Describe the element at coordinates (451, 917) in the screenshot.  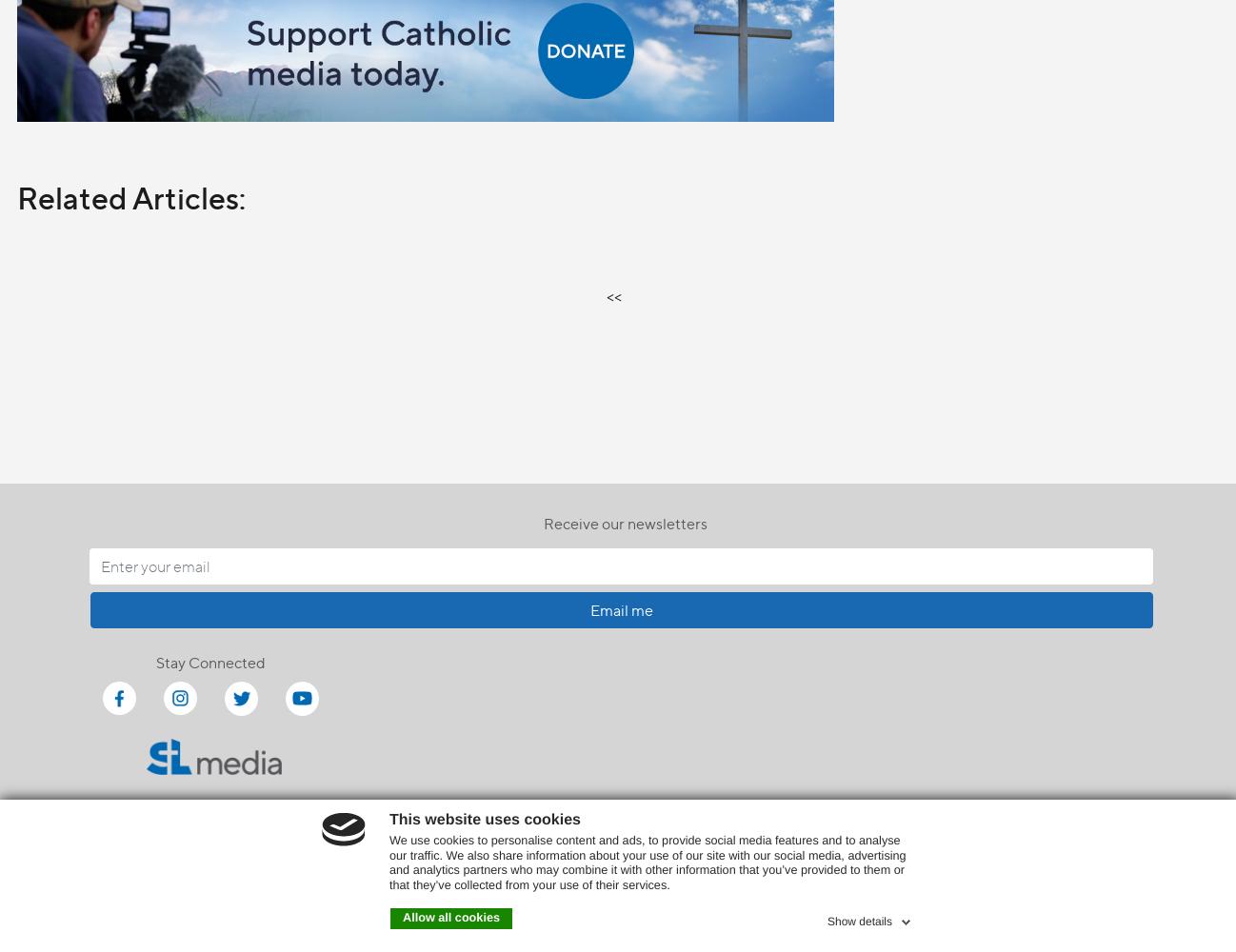
I see `'Allow all cookies'` at that location.